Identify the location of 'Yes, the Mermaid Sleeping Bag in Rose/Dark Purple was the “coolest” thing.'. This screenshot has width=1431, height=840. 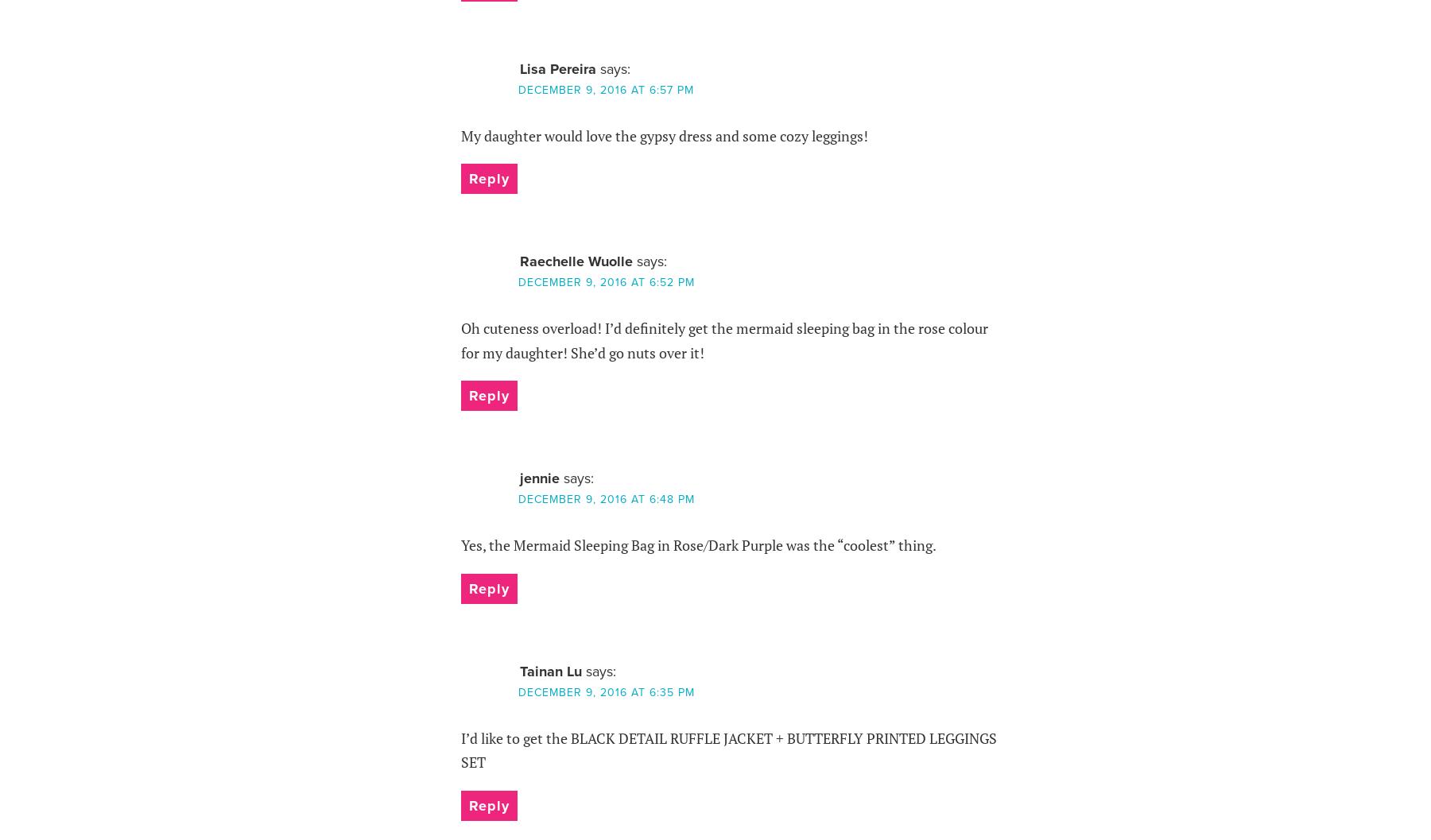
(698, 544).